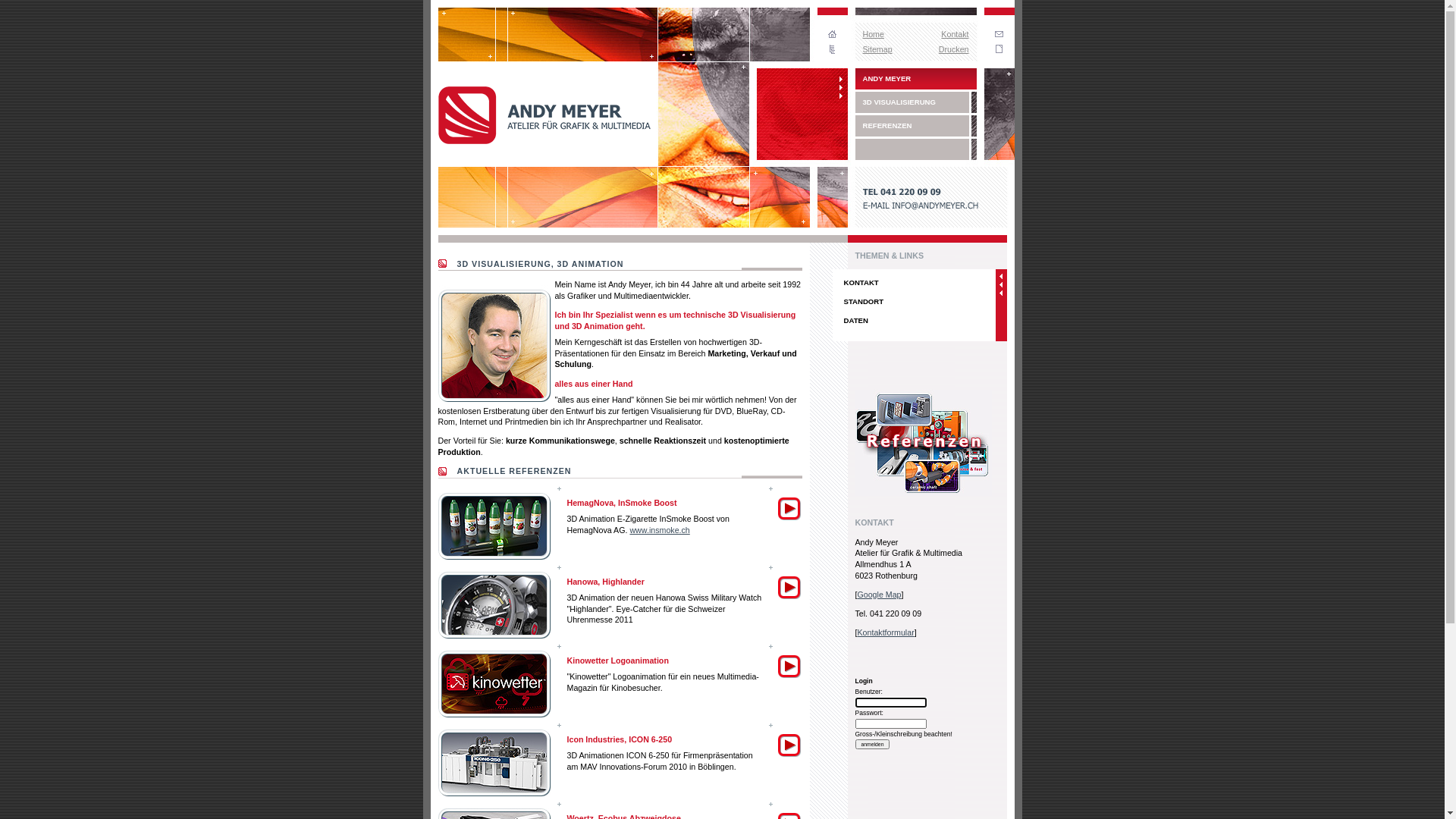 The image size is (1456, 819). What do you see at coordinates (953, 34) in the screenshot?
I see `'Kontakt'` at bounding box center [953, 34].